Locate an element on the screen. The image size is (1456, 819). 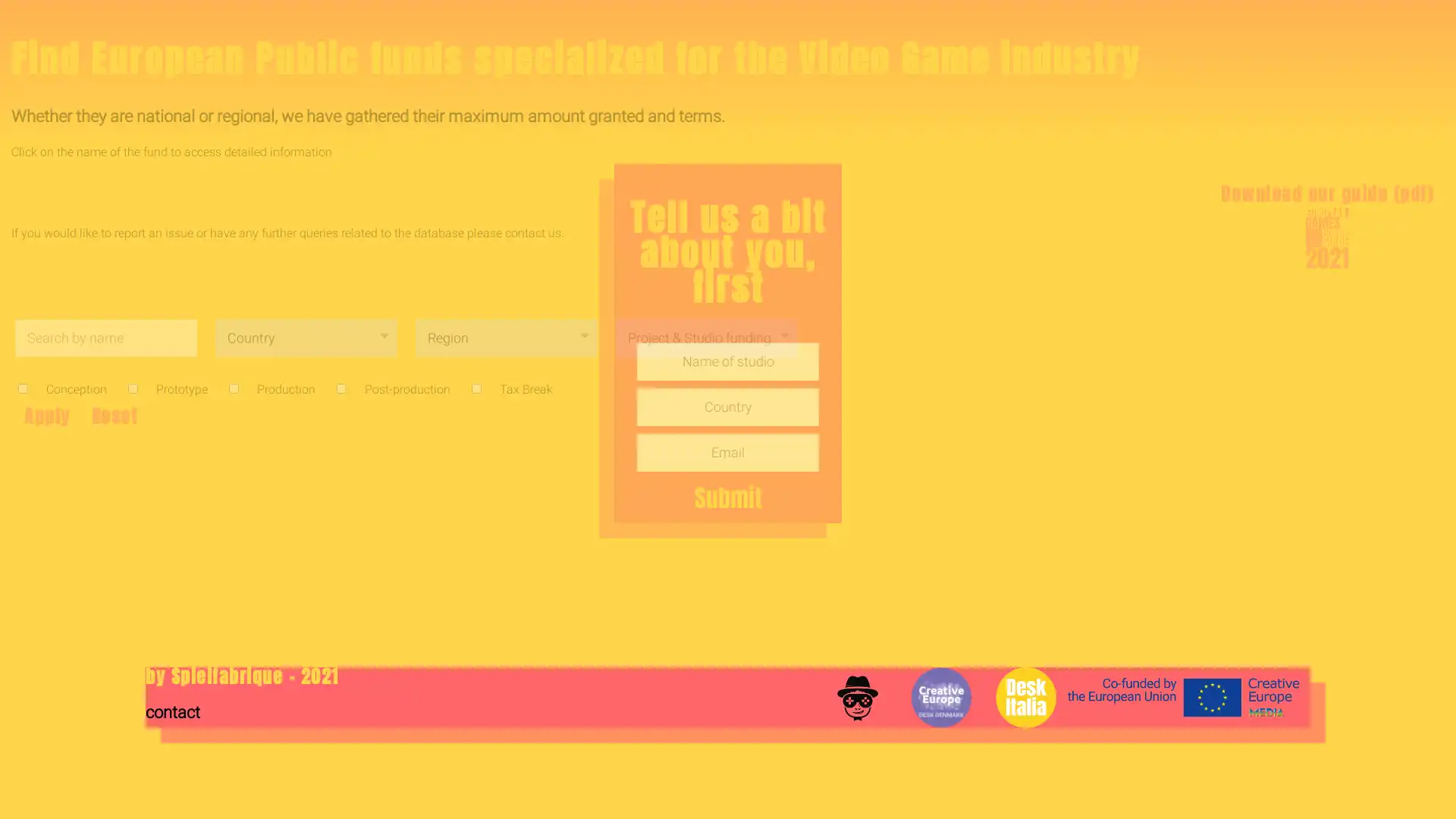
Submit is located at coordinates (728, 497).